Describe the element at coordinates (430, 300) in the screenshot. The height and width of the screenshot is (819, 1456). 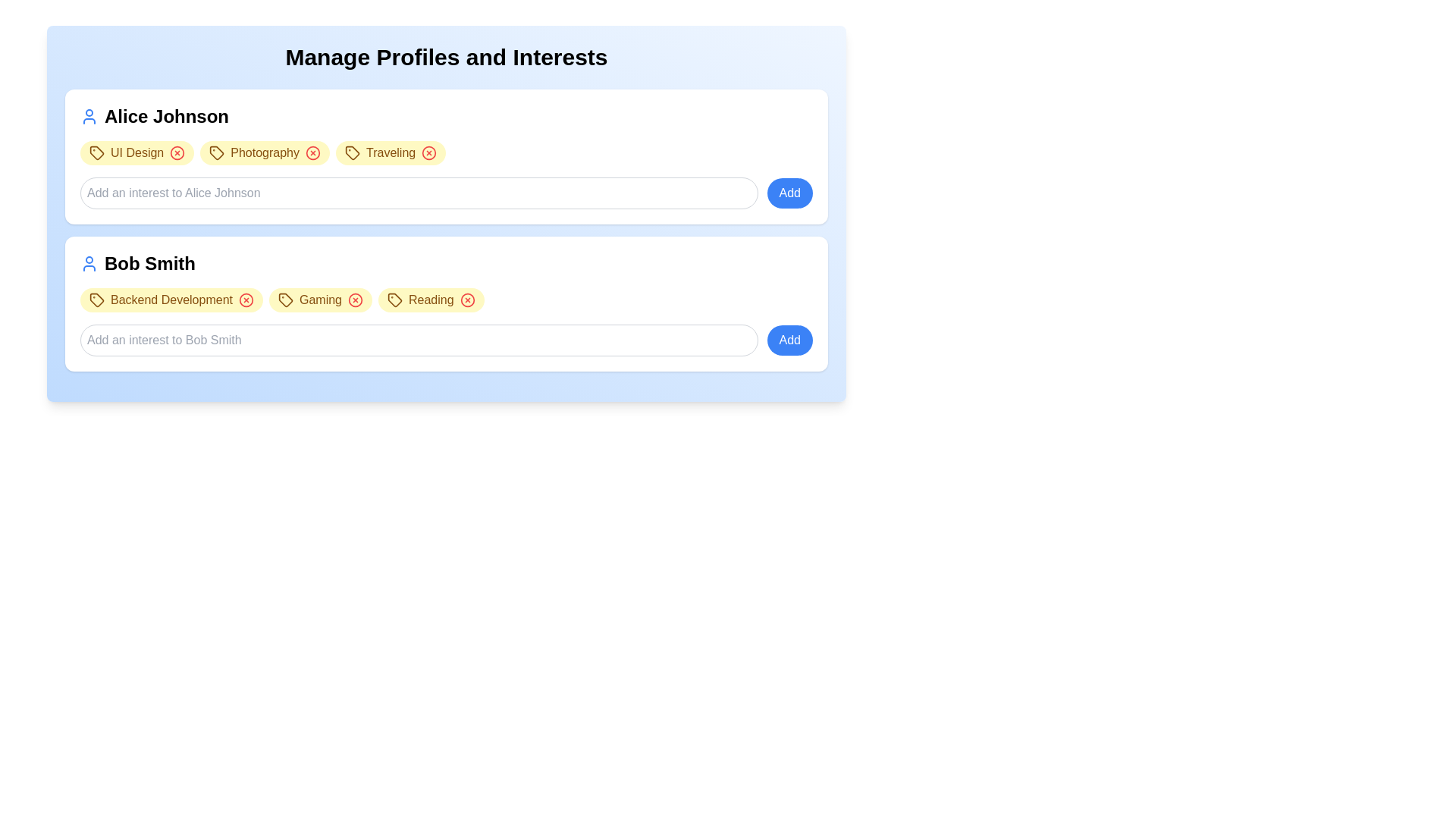
I see `the red 'X' icon on the 'Reading' interest tag` at that location.